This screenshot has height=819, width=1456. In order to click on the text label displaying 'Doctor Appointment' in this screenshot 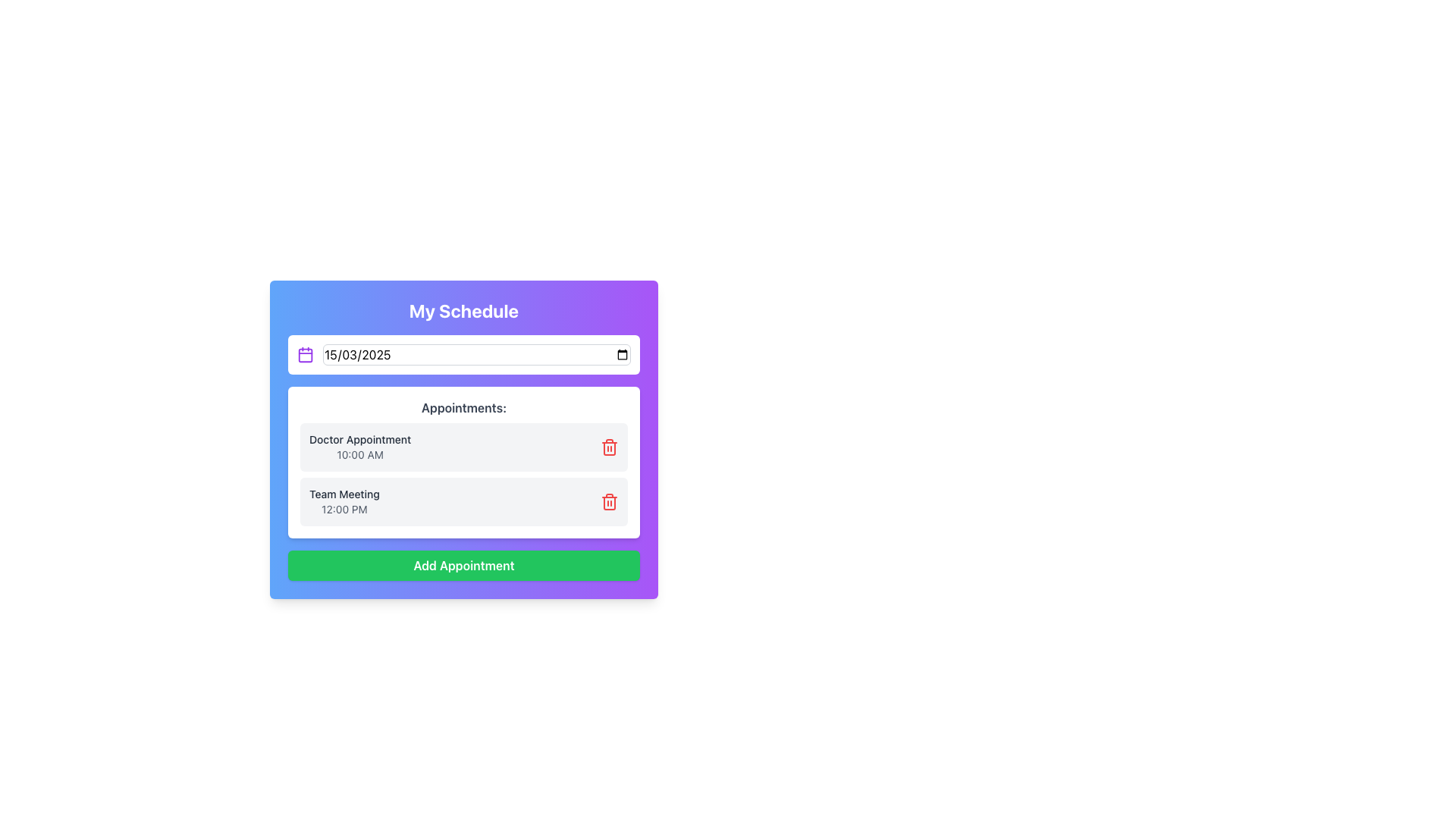, I will do `click(359, 439)`.